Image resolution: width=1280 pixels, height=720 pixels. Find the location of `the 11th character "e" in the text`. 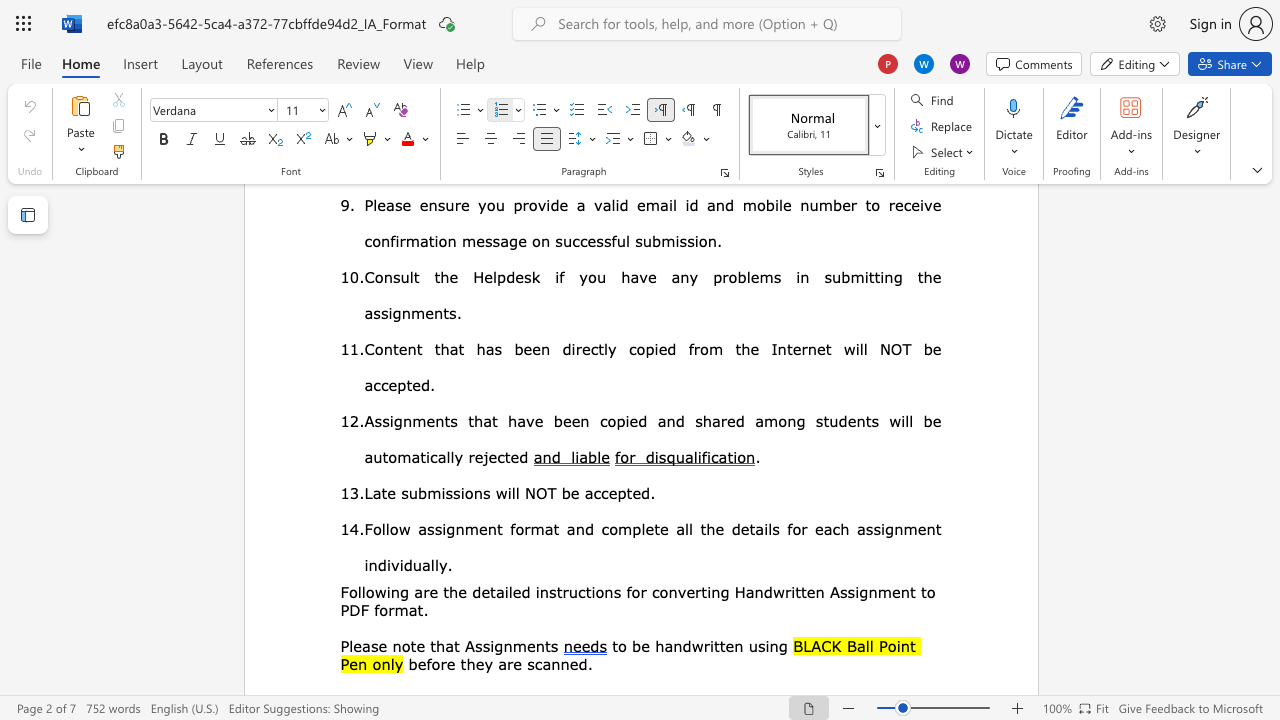

the 11th character "e" in the text is located at coordinates (514, 456).